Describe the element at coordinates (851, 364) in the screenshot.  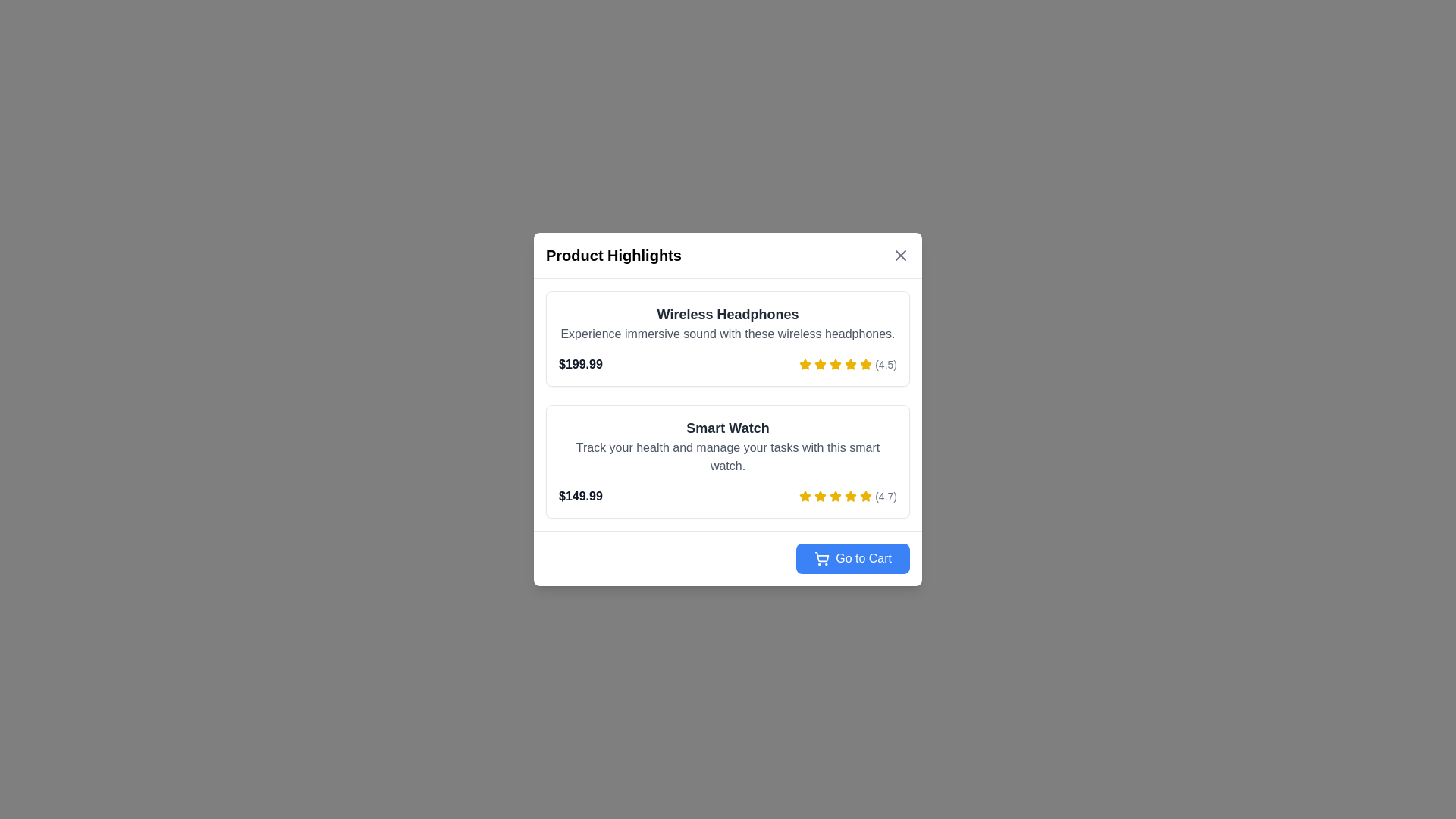
I see `the fourth yellow star-shaped icon in the 'Wireless Headphones' section of the 'Product Highlights' list` at that location.